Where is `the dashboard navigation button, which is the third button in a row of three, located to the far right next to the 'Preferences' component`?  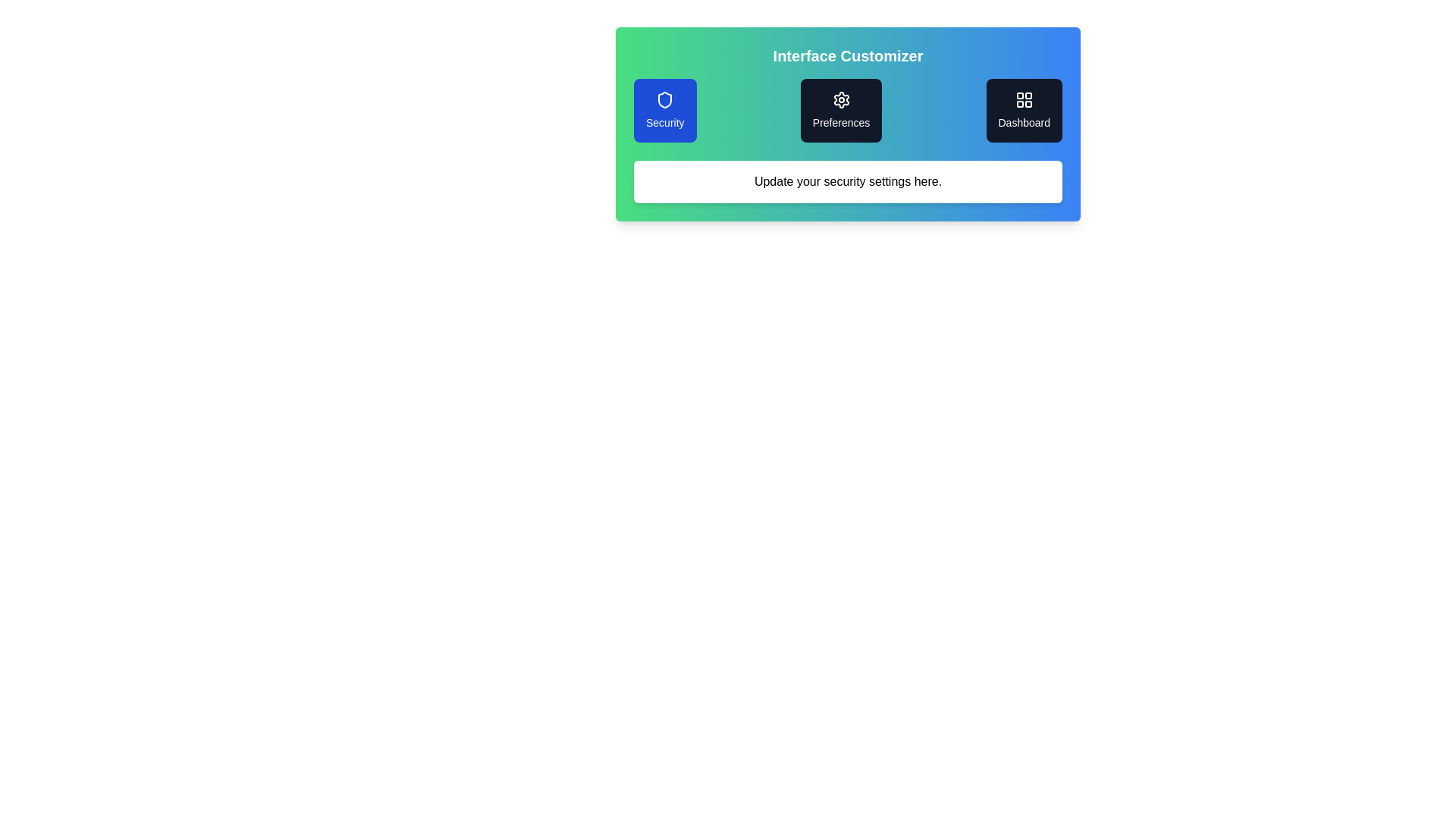 the dashboard navigation button, which is the third button in a row of three, located to the far right next to the 'Preferences' component is located at coordinates (1024, 110).